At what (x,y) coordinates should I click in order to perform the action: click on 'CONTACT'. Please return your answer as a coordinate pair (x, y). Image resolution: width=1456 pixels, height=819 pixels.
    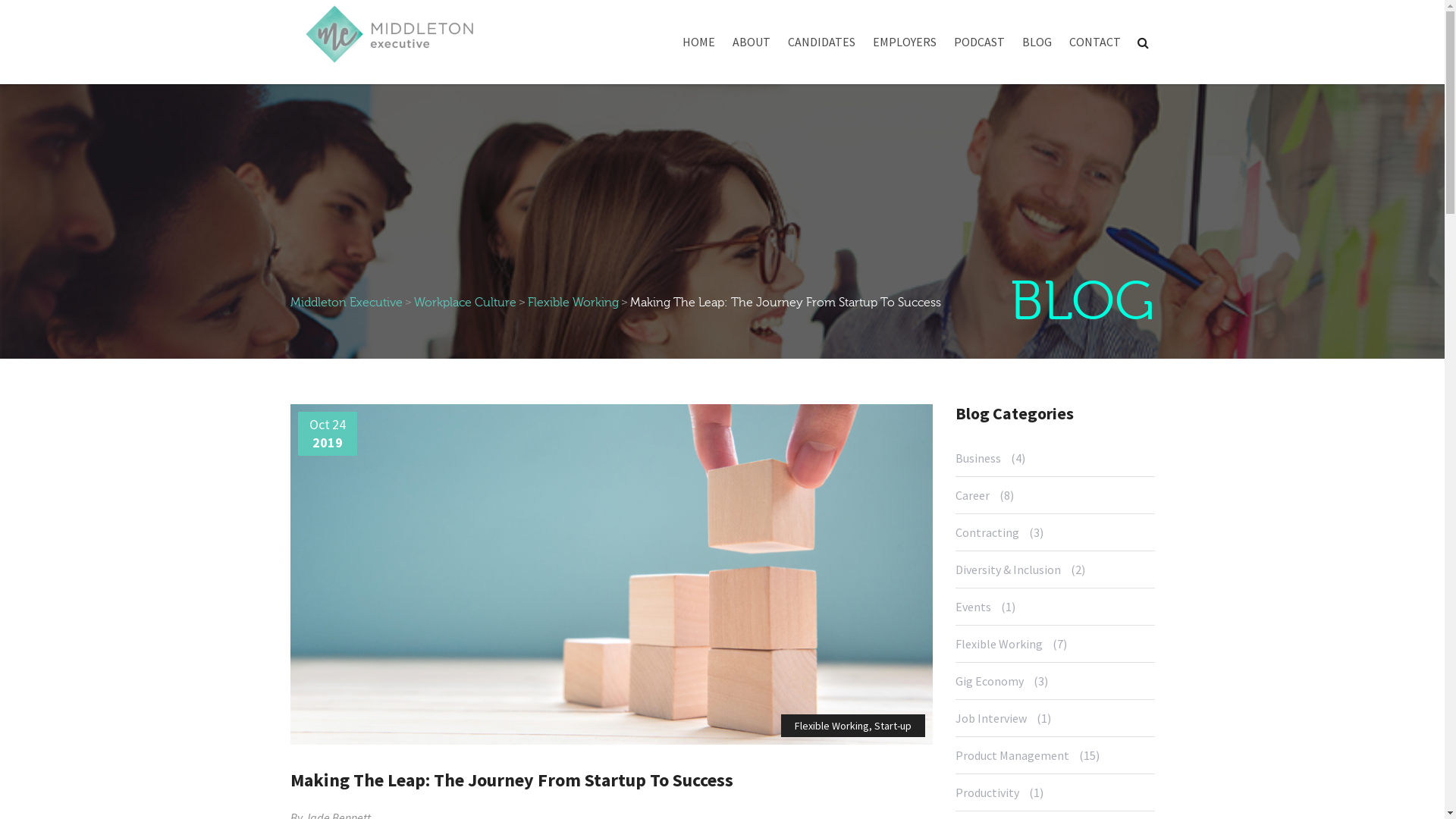
    Looking at the image, I should click on (1095, 45).